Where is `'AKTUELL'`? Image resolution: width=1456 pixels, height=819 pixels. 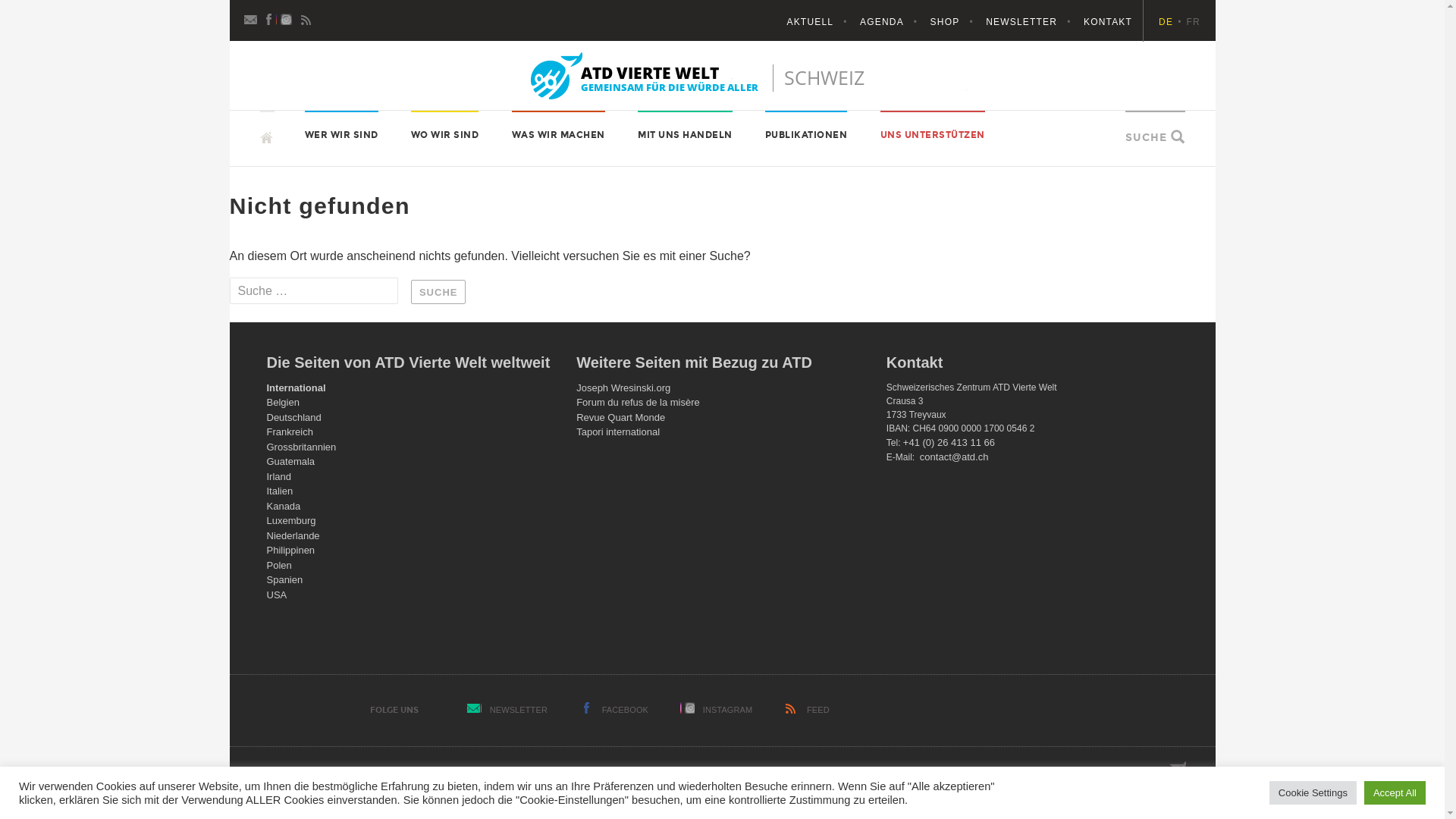 'AKTUELL' is located at coordinates (821, 22).